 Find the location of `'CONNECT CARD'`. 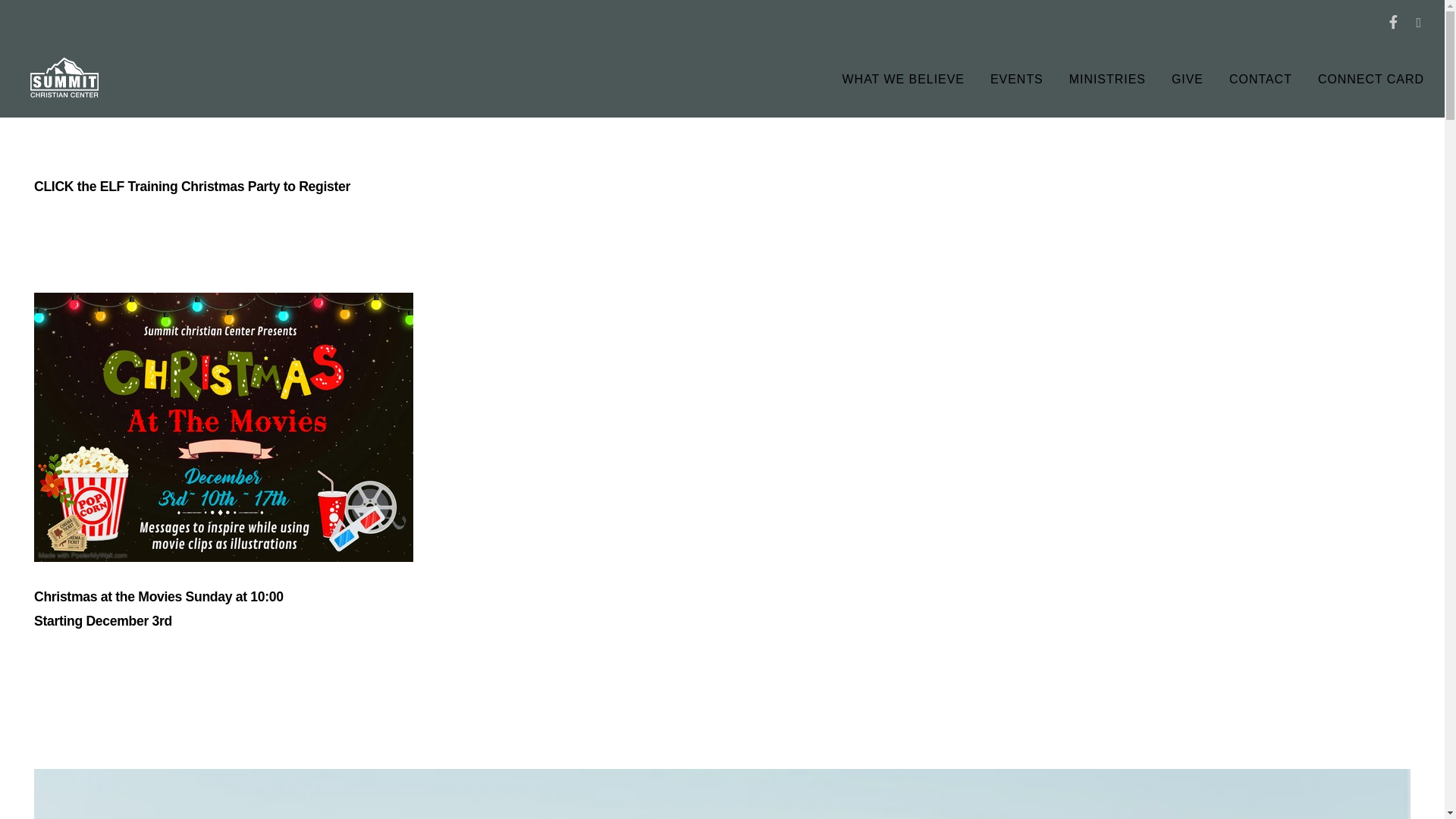

'CONNECT CARD' is located at coordinates (1371, 79).